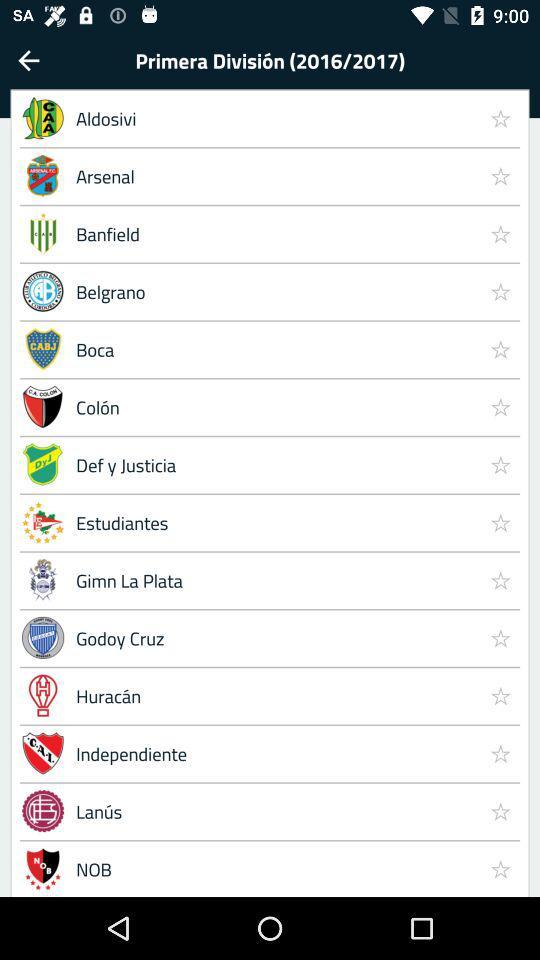 This screenshot has width=540, height=960. What do you see at coordinates (499, 580) in the screenshot?
I see `the icon next to the estudiantes icon` at bounding box center [499, 580].